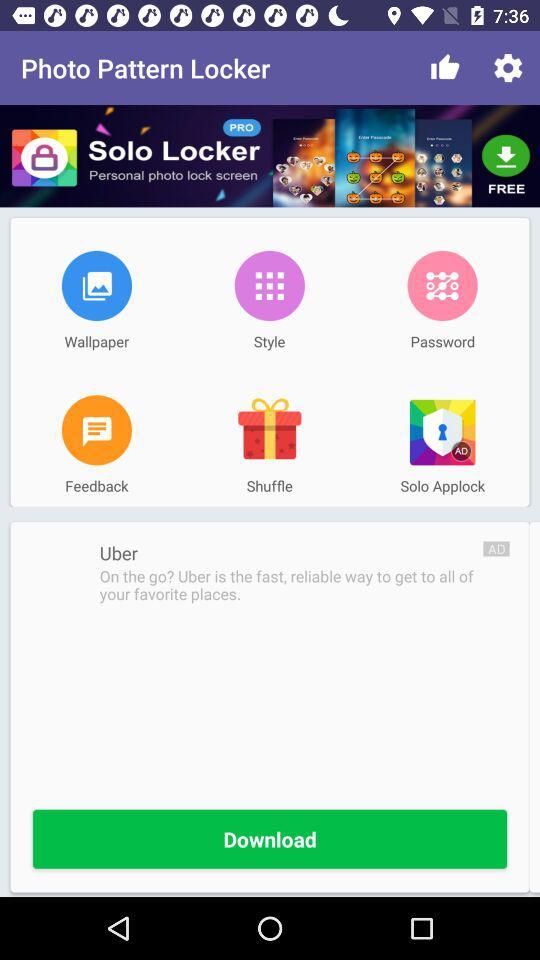 The width and height of the screenshot is (540, 960). I want to click on the item next to the feedback, so click(269, 430).